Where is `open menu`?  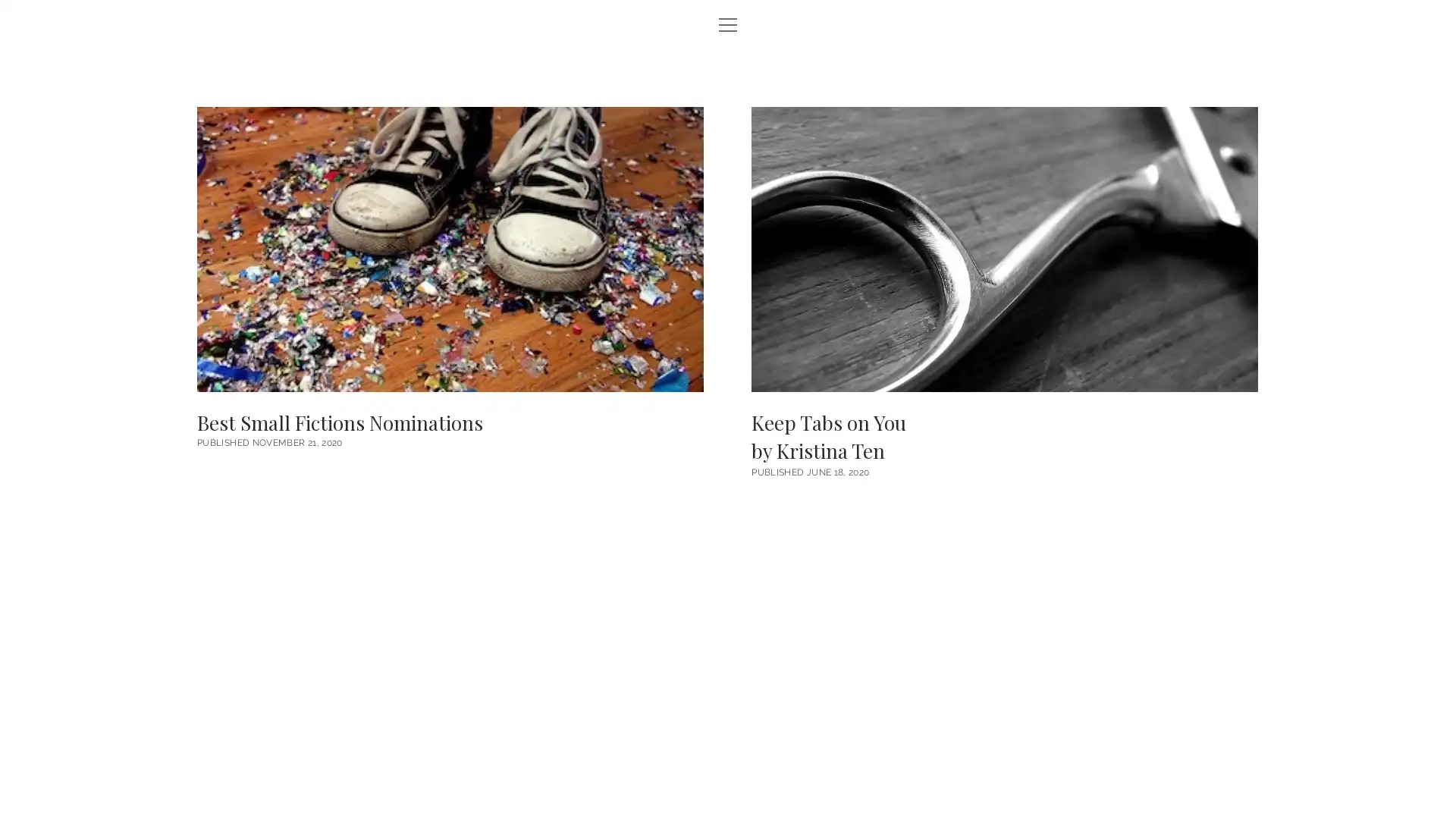
open menu is located at coordinates (728, 26).